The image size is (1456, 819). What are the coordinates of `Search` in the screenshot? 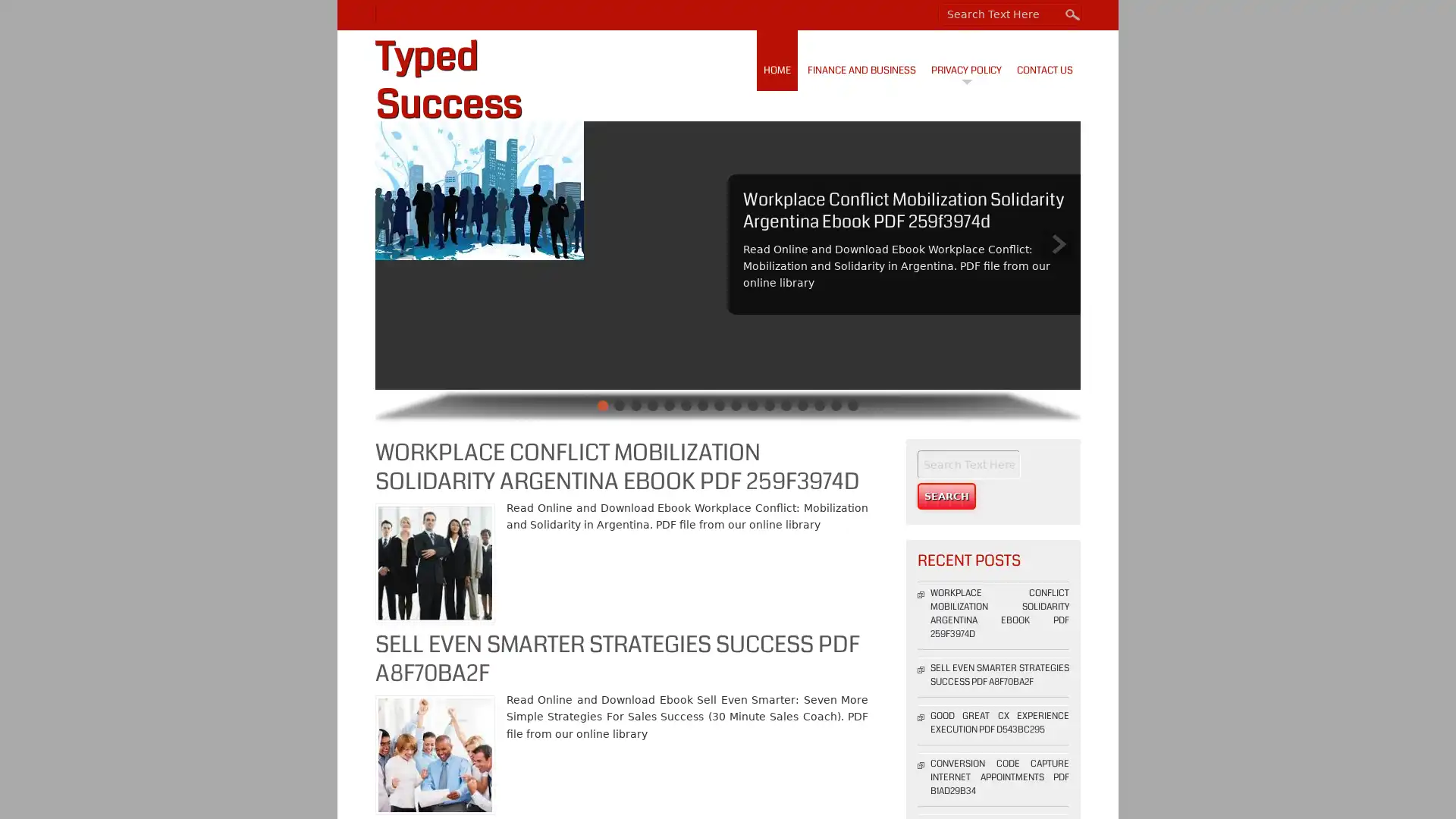 It's located at (946, 496).